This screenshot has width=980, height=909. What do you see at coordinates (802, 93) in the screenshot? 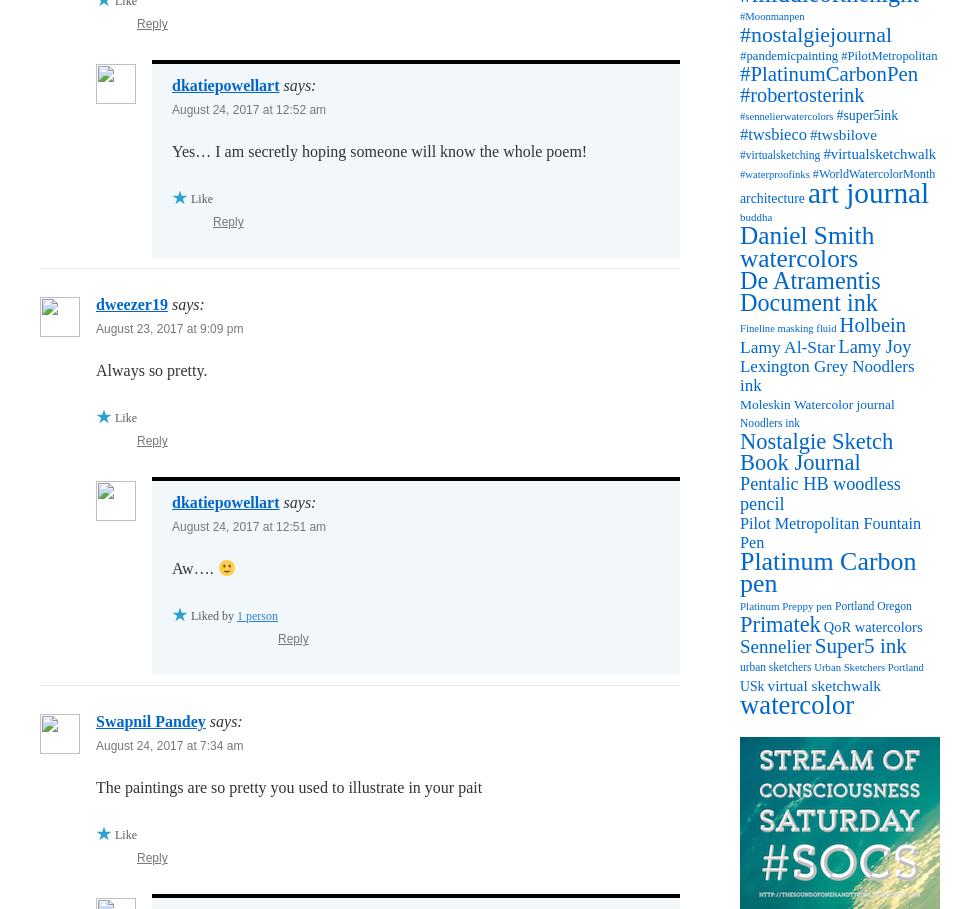
I see `'#robertosterink'` at bounding box center [802, 93].